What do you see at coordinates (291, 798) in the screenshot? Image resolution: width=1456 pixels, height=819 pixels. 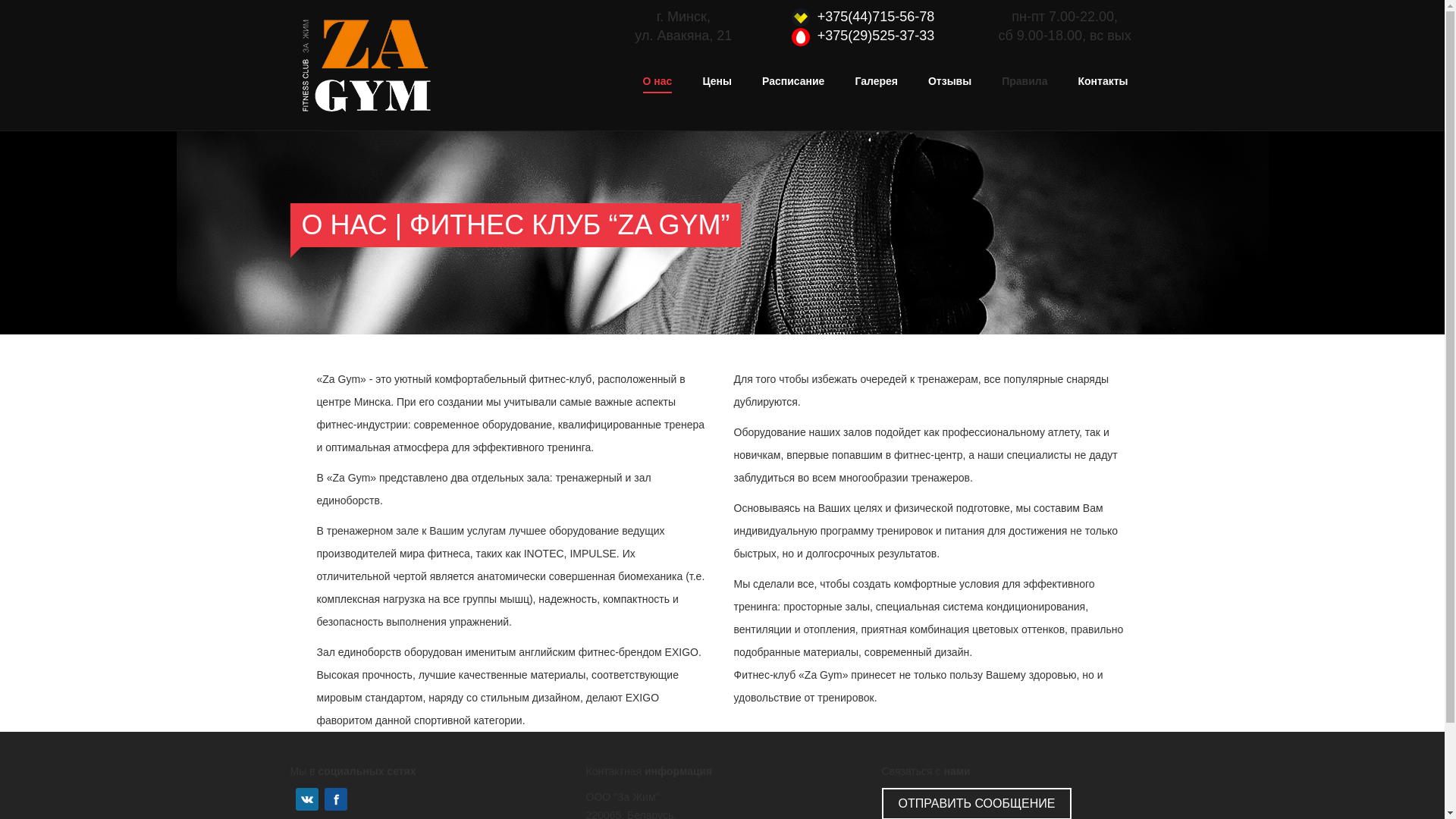 I see `' '` at bounding box center [291, 798].